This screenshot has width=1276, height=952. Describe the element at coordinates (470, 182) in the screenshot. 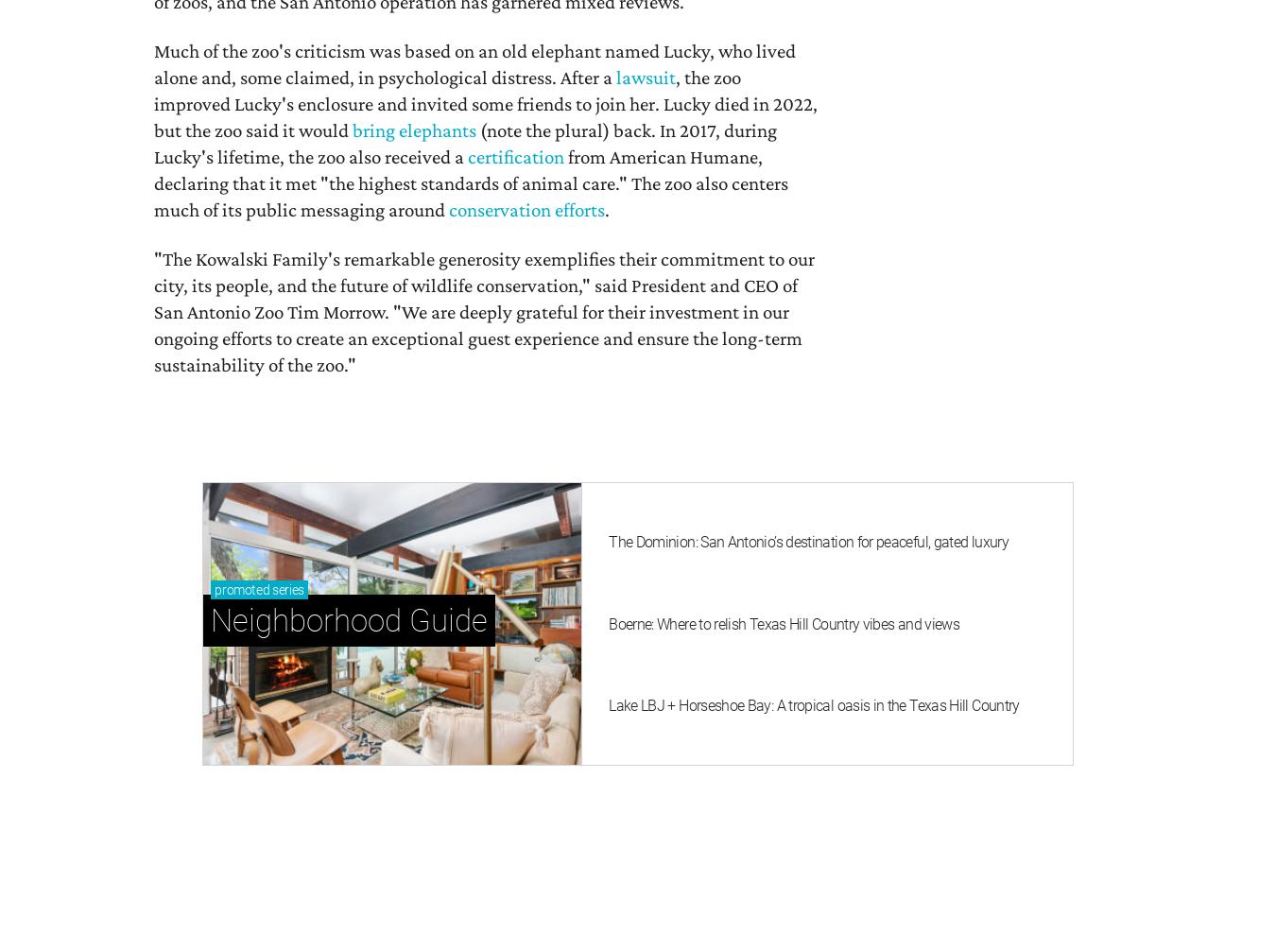

I see `'from American Humane, declaring that it met "the highest standards of animal care." The zoo also centers much of its public messaging around'` at that location.